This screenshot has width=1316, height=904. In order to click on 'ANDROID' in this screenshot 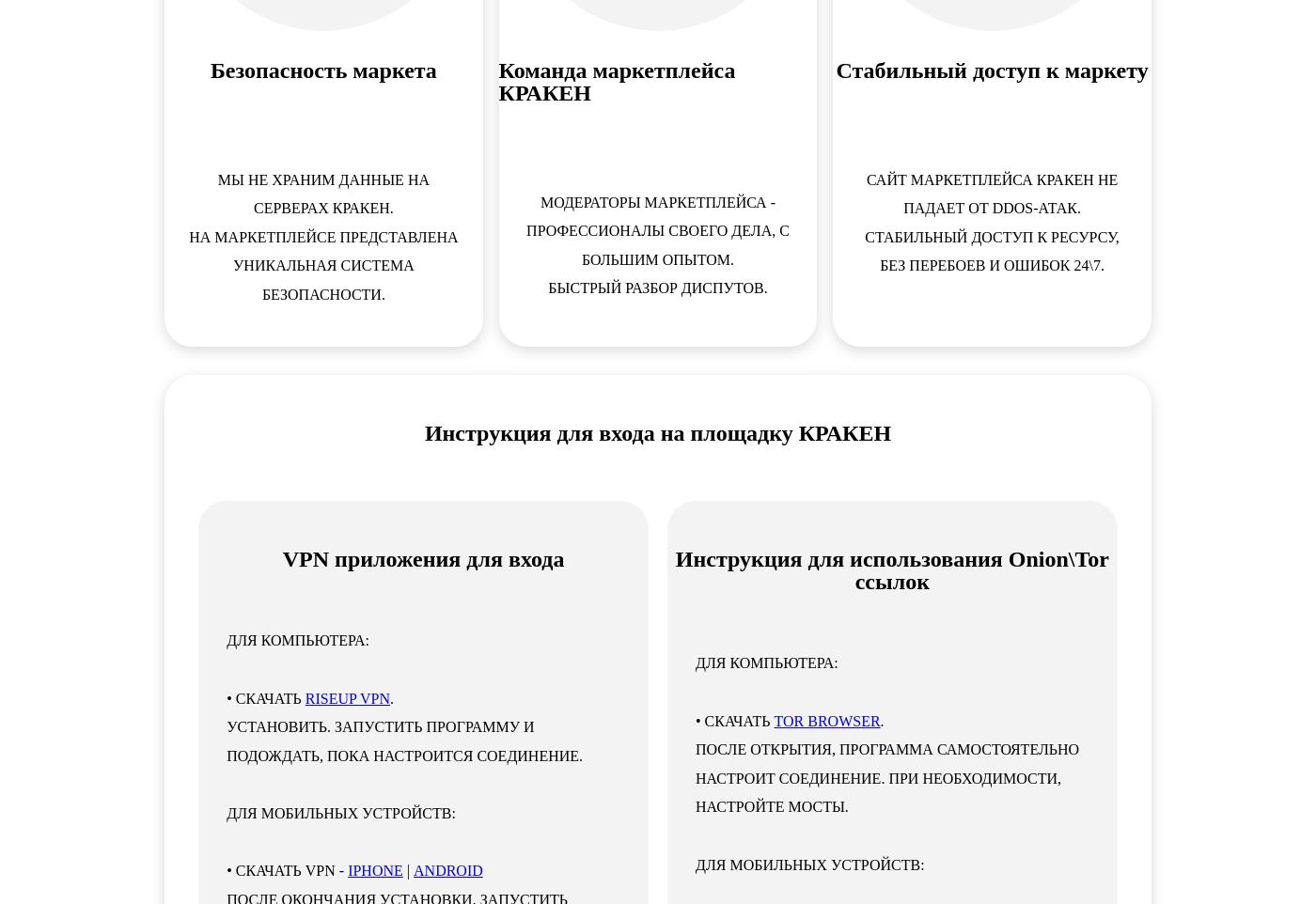, I will do `click(447, 870)`.